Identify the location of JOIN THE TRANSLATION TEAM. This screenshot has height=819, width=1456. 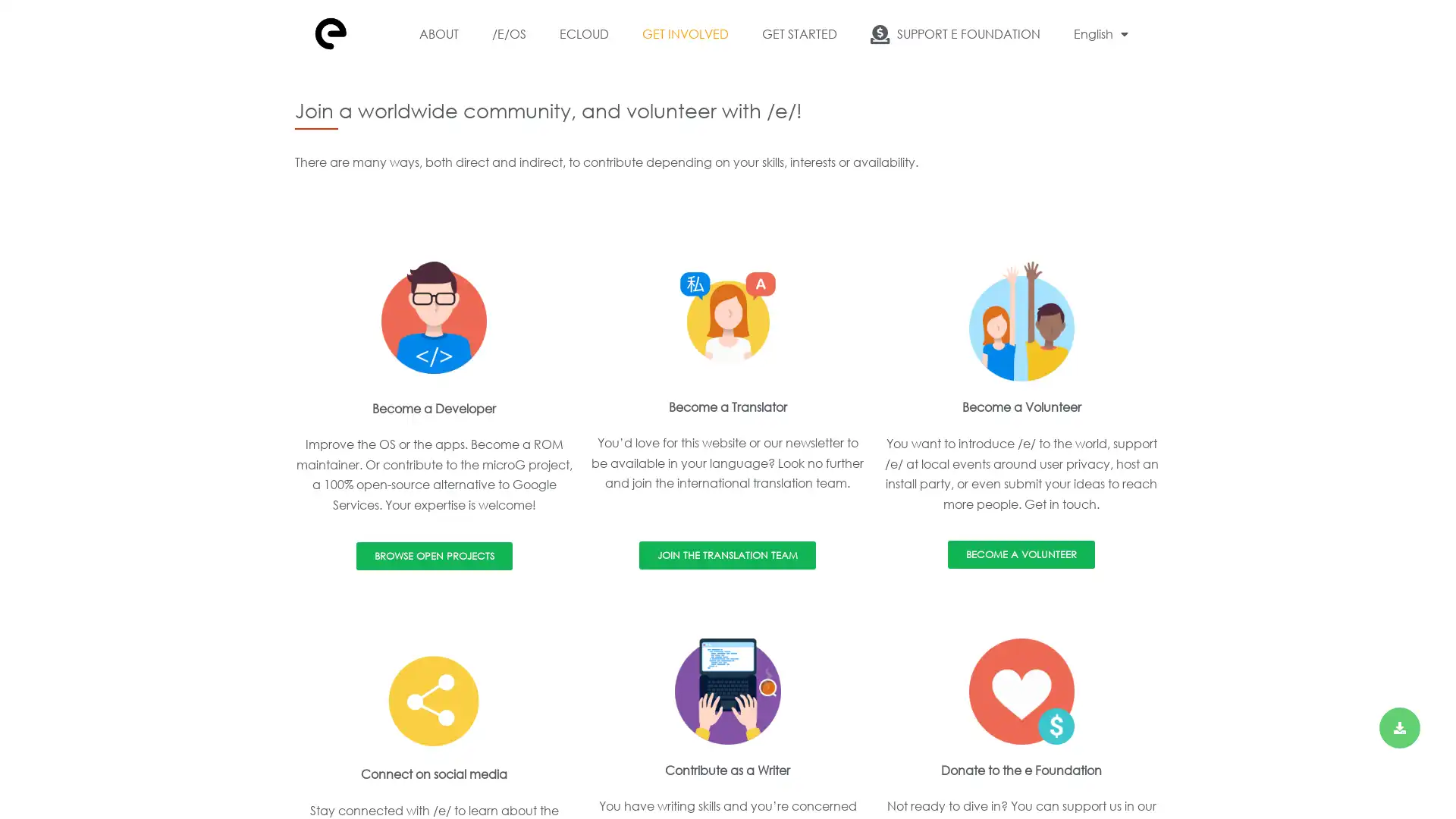
(726, 554).